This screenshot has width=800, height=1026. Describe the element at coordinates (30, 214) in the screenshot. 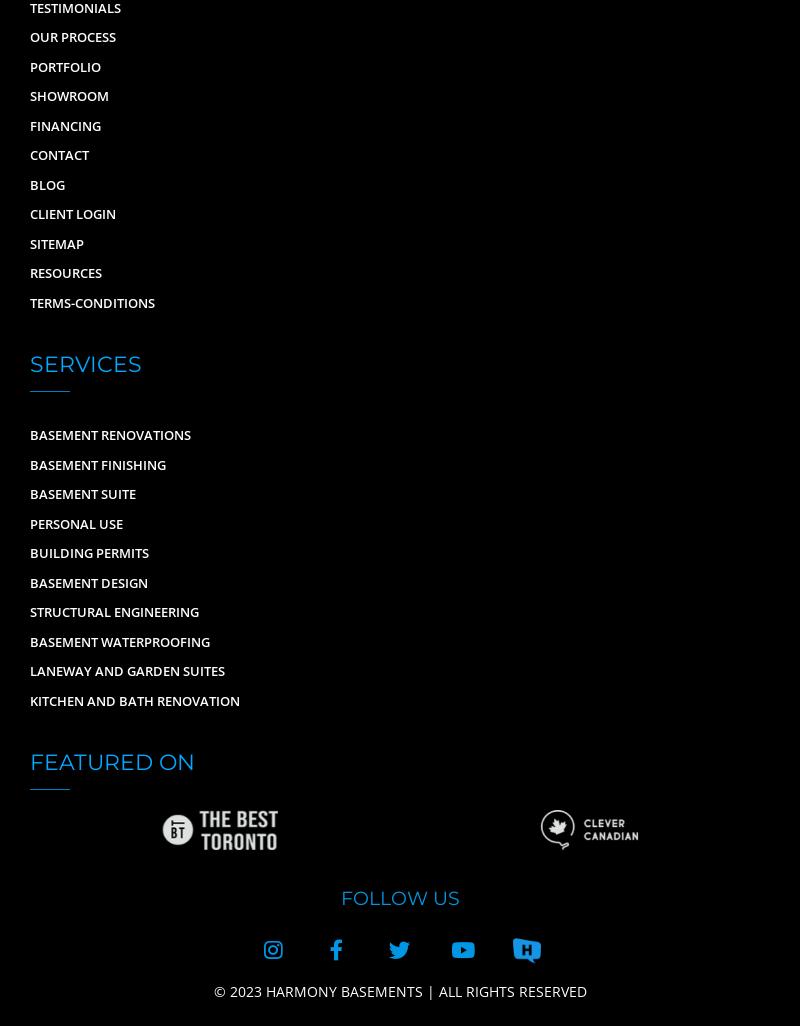

I see `'Client login'` at that location.